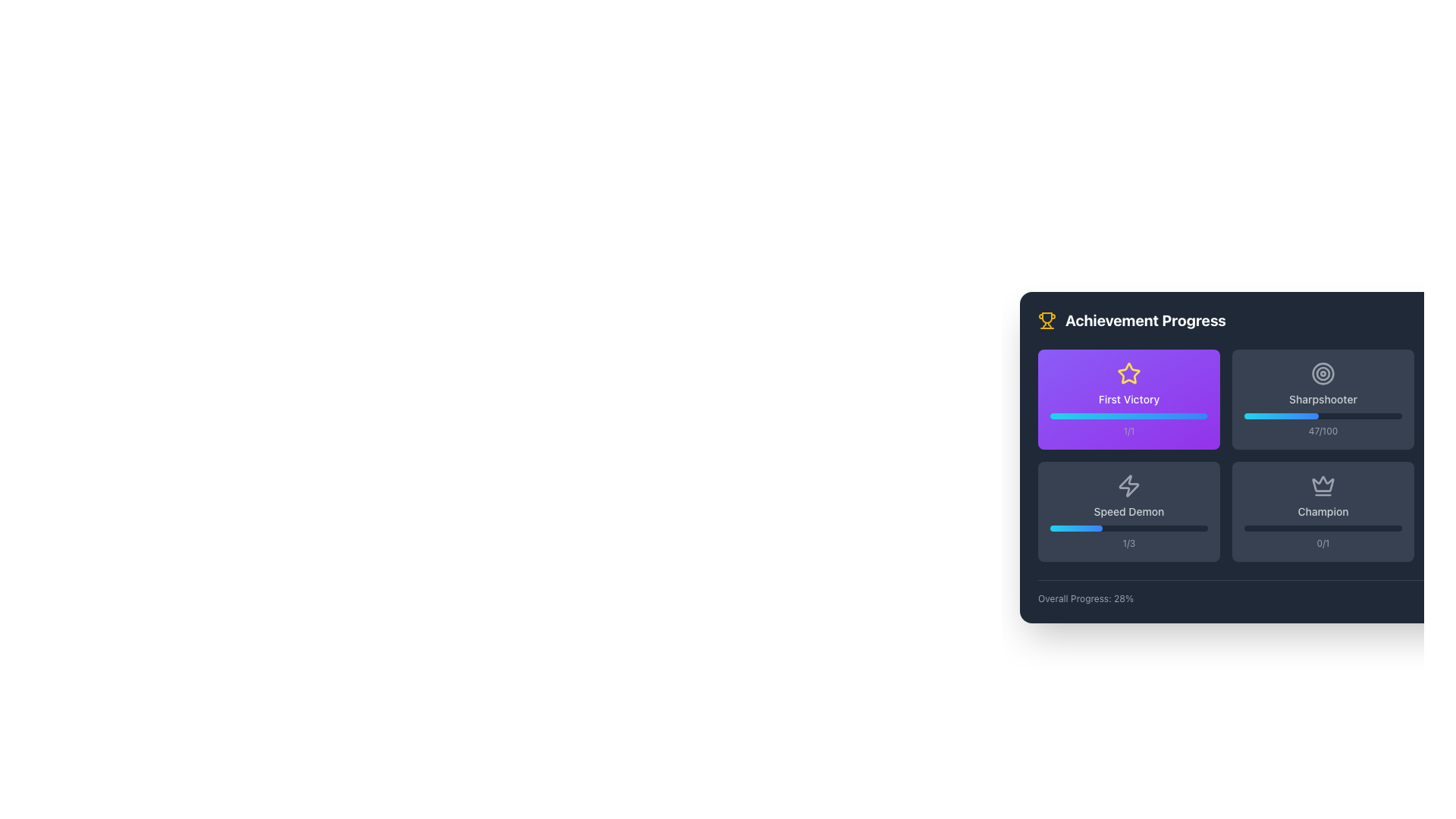 This screenshot has width=1456, height=819. Describe the element at coordinates (1128, 485) in the screenshot. I see `the minimalistic gray lightning icon in the 'Speed Demon' section above the progress bar and text indicator '1/3'` at that location.